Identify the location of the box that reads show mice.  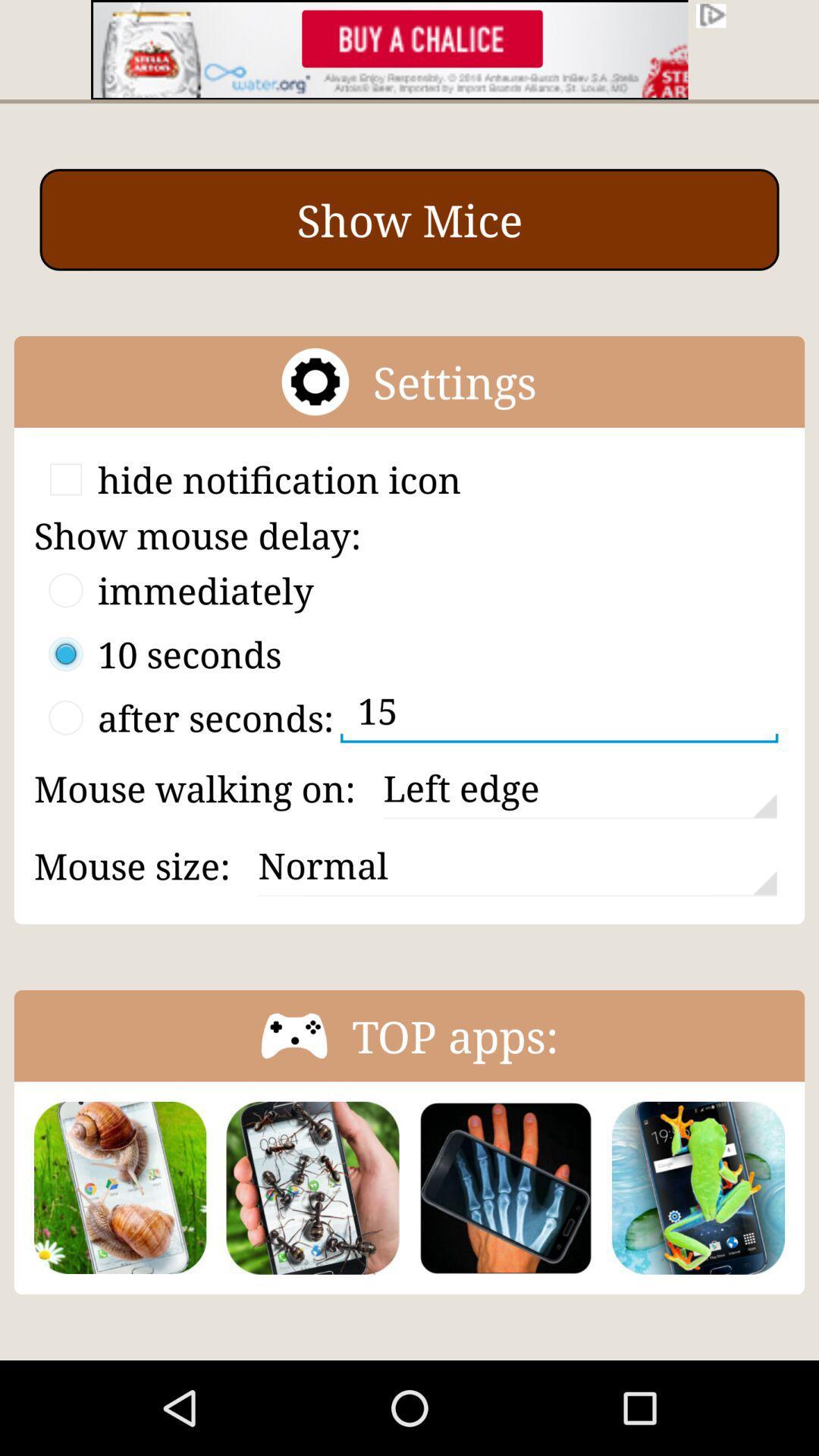
(409, 218).